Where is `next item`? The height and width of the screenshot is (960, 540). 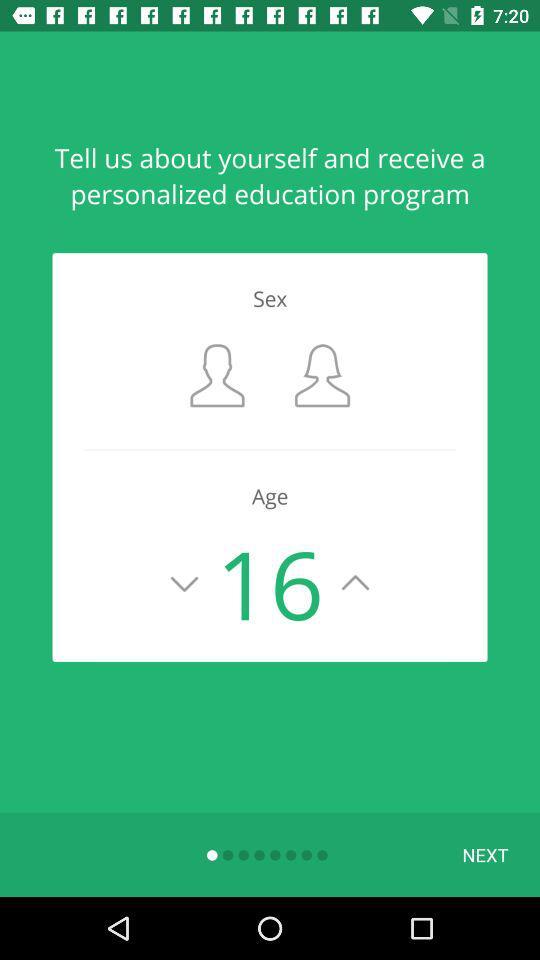 next item is located at coordinates (484, 853).